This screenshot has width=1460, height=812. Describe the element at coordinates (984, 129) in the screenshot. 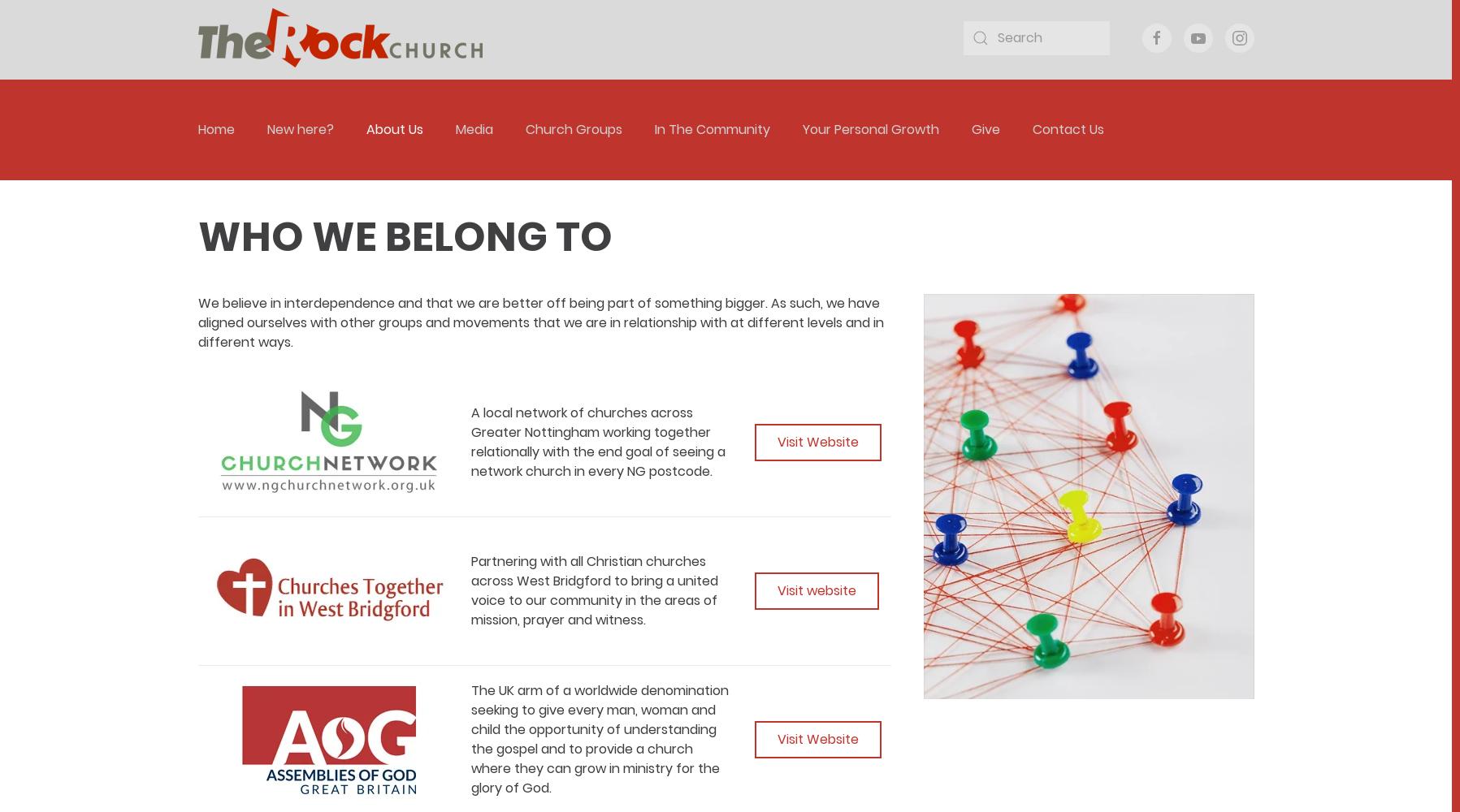

I see `'Give'` at that location.